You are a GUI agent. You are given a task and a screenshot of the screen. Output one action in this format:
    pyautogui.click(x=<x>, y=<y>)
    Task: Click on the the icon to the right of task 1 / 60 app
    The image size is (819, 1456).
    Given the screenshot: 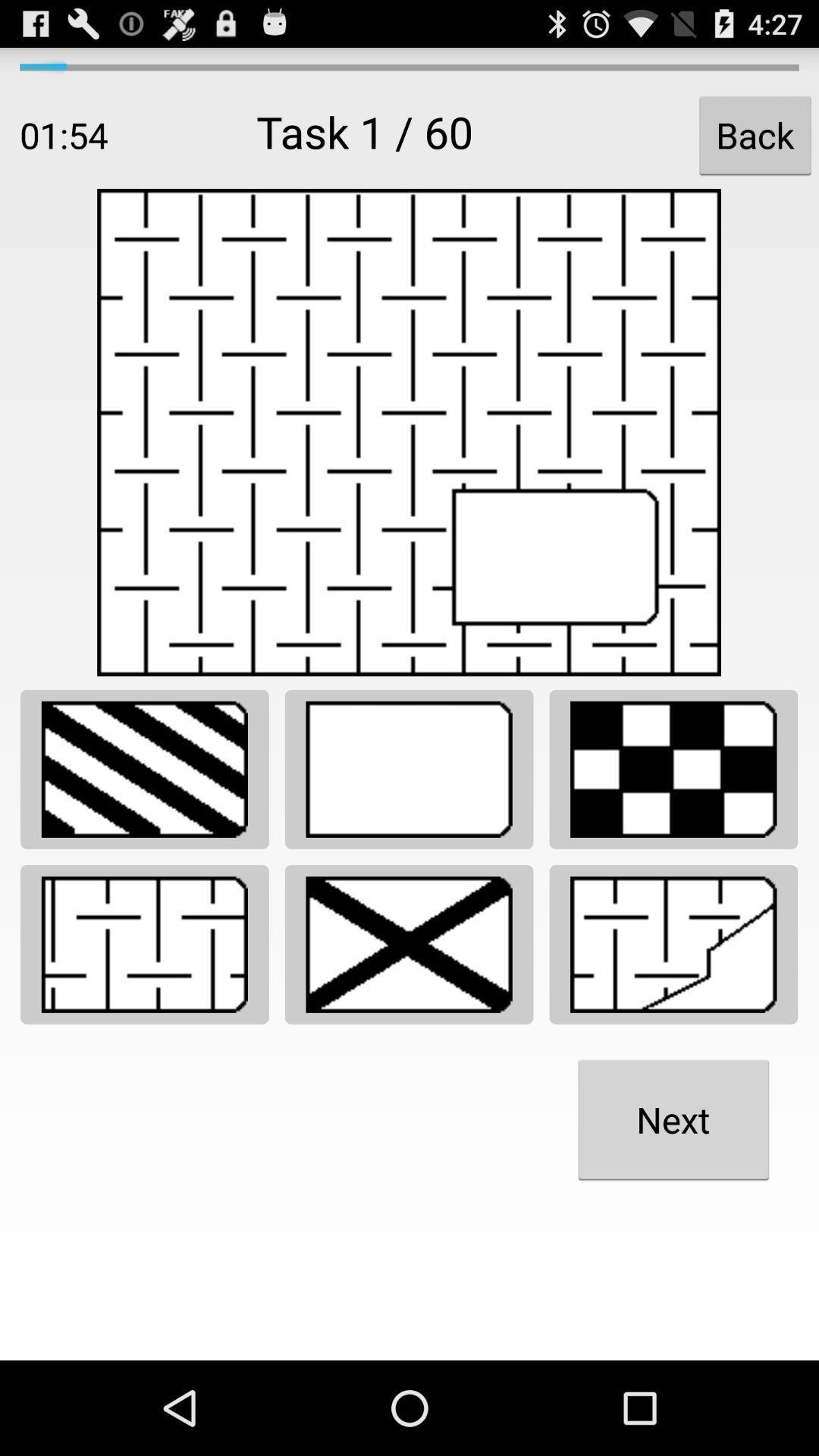 What is the action you would take?
    pyautogui.click(x=755, y=135)
    